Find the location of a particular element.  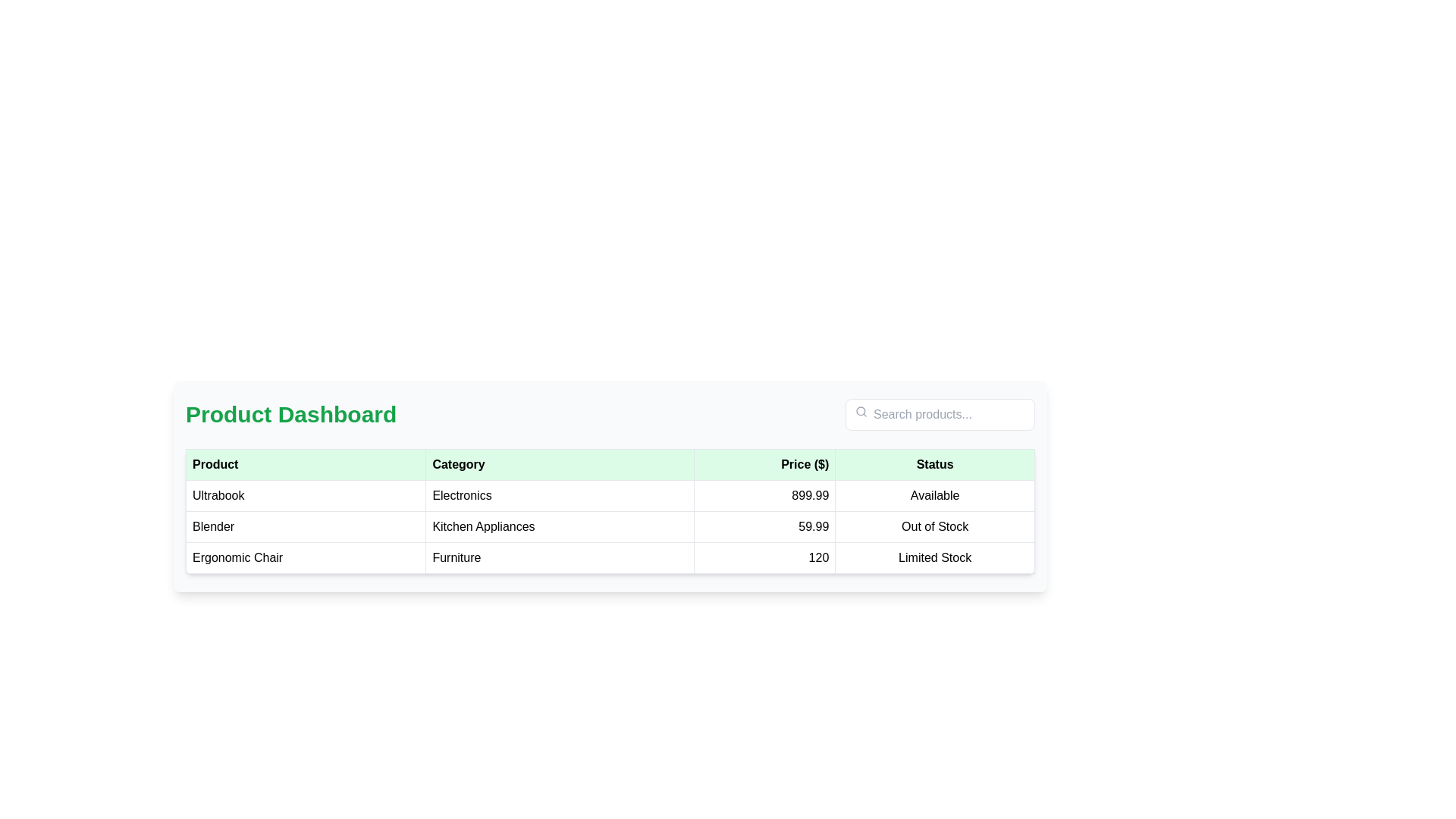

the static text label that serves as a header or title, positioned on the left side of the header bar section is located at coordinates (291, 415).